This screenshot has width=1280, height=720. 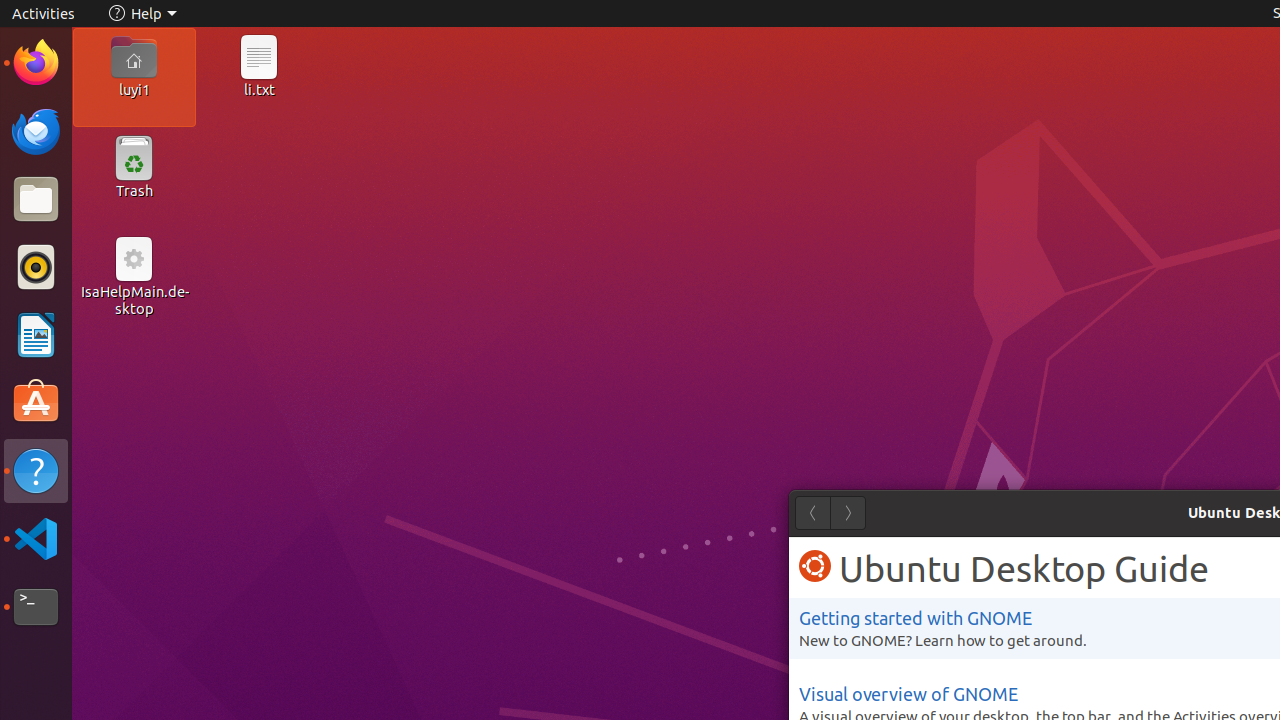 I want to click on 'luyi1', so click(x=132, y=88).